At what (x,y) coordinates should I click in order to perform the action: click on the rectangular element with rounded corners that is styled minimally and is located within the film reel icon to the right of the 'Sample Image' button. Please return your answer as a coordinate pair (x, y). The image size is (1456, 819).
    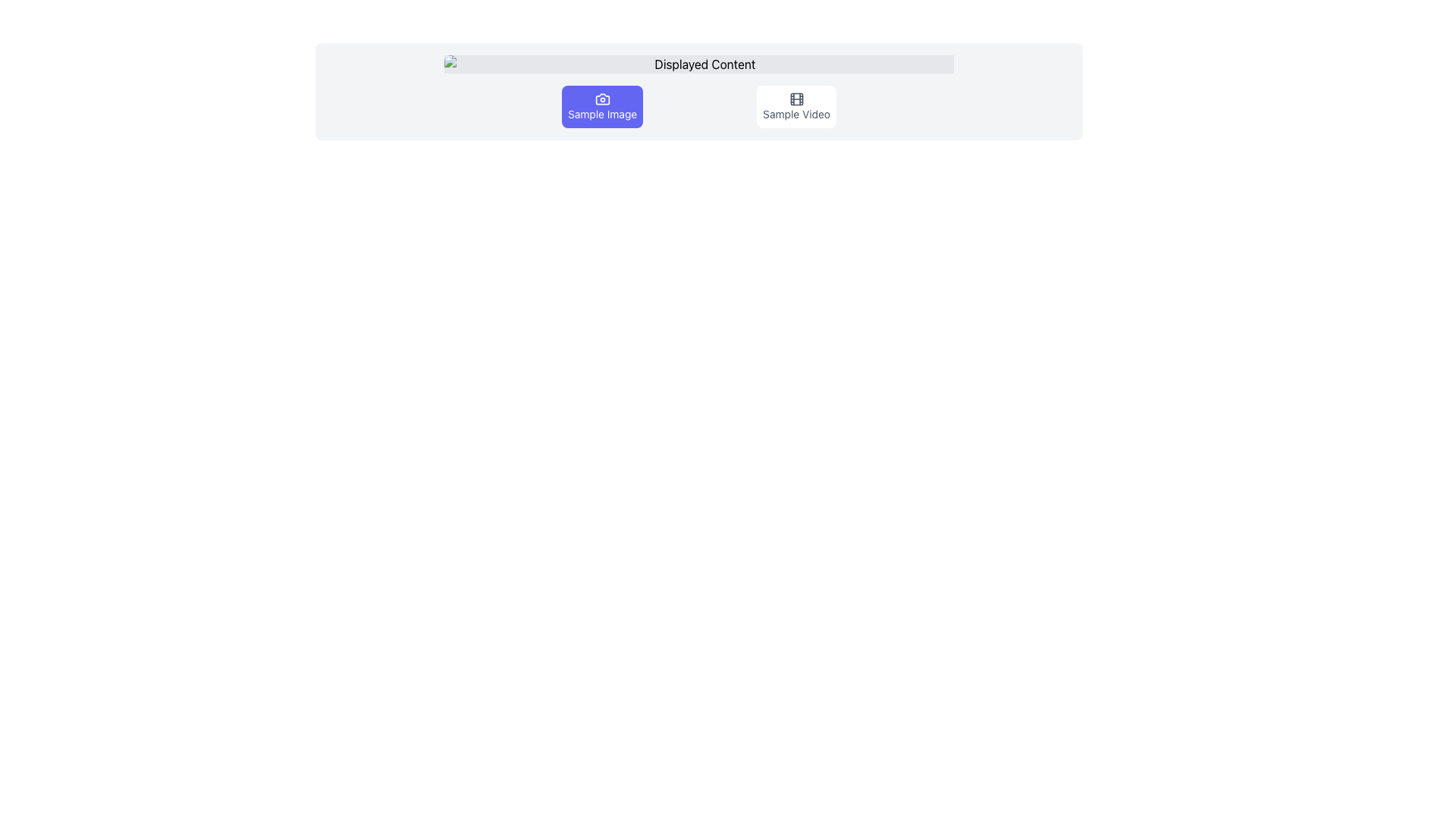
    Looking at the image, I should click on (795, 99).